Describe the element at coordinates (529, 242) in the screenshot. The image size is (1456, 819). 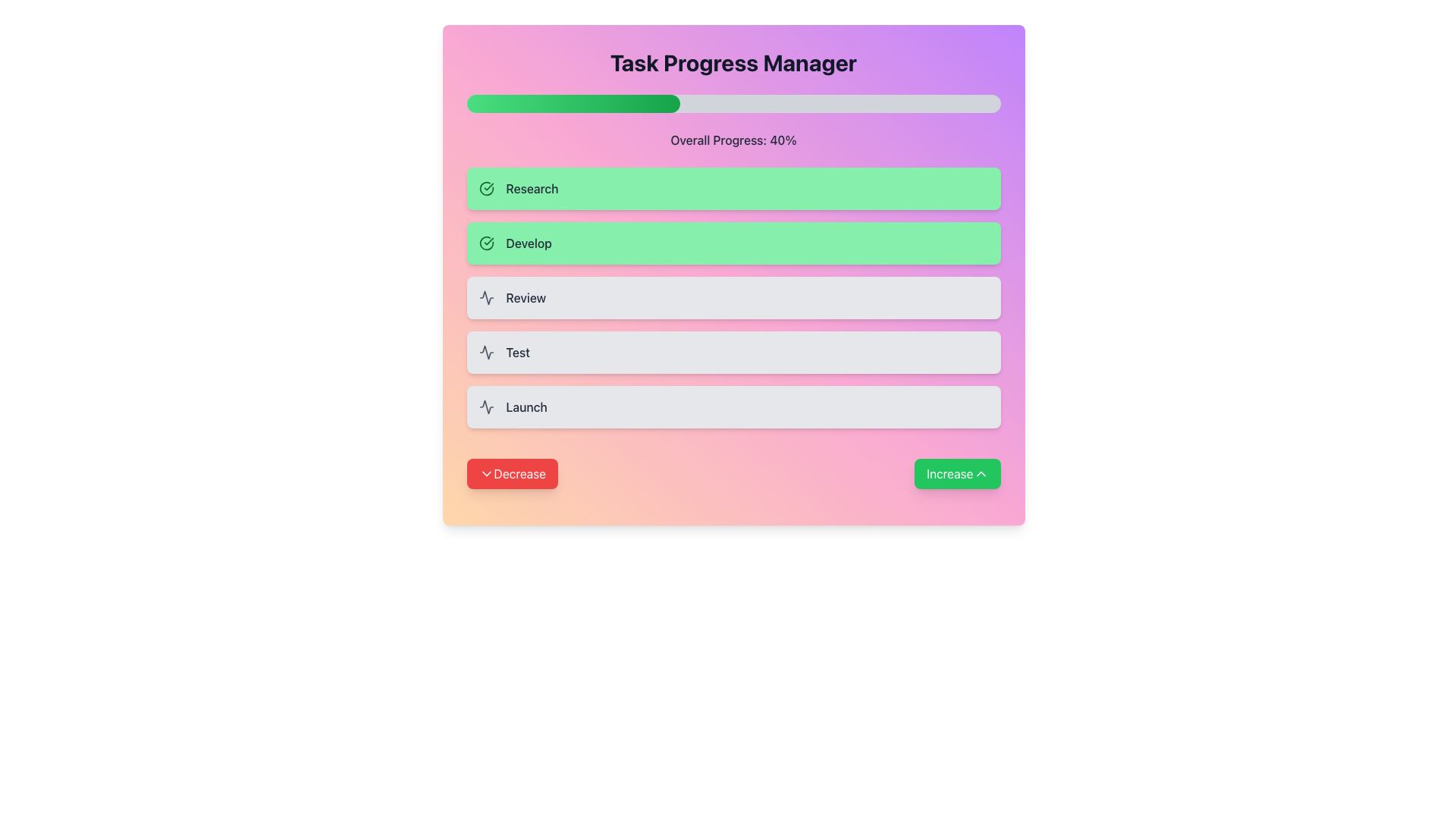
I see `the text label that identifies a specific step in the progress manager interface, which is styled with a green background and is positioned between 'Research' and 'Review'` at that location.